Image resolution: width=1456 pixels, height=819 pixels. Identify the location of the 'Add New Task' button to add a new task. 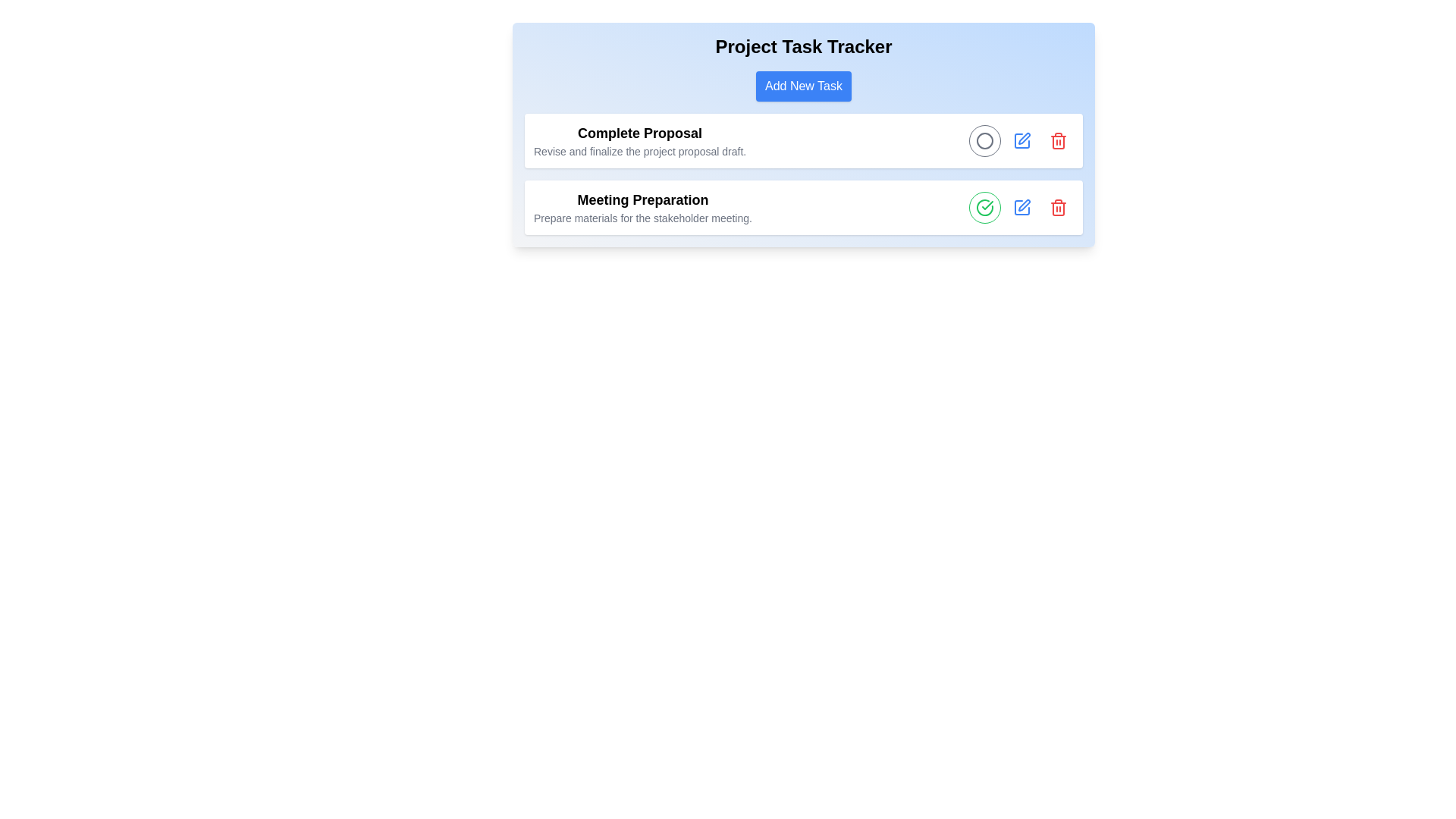
(803, 86).